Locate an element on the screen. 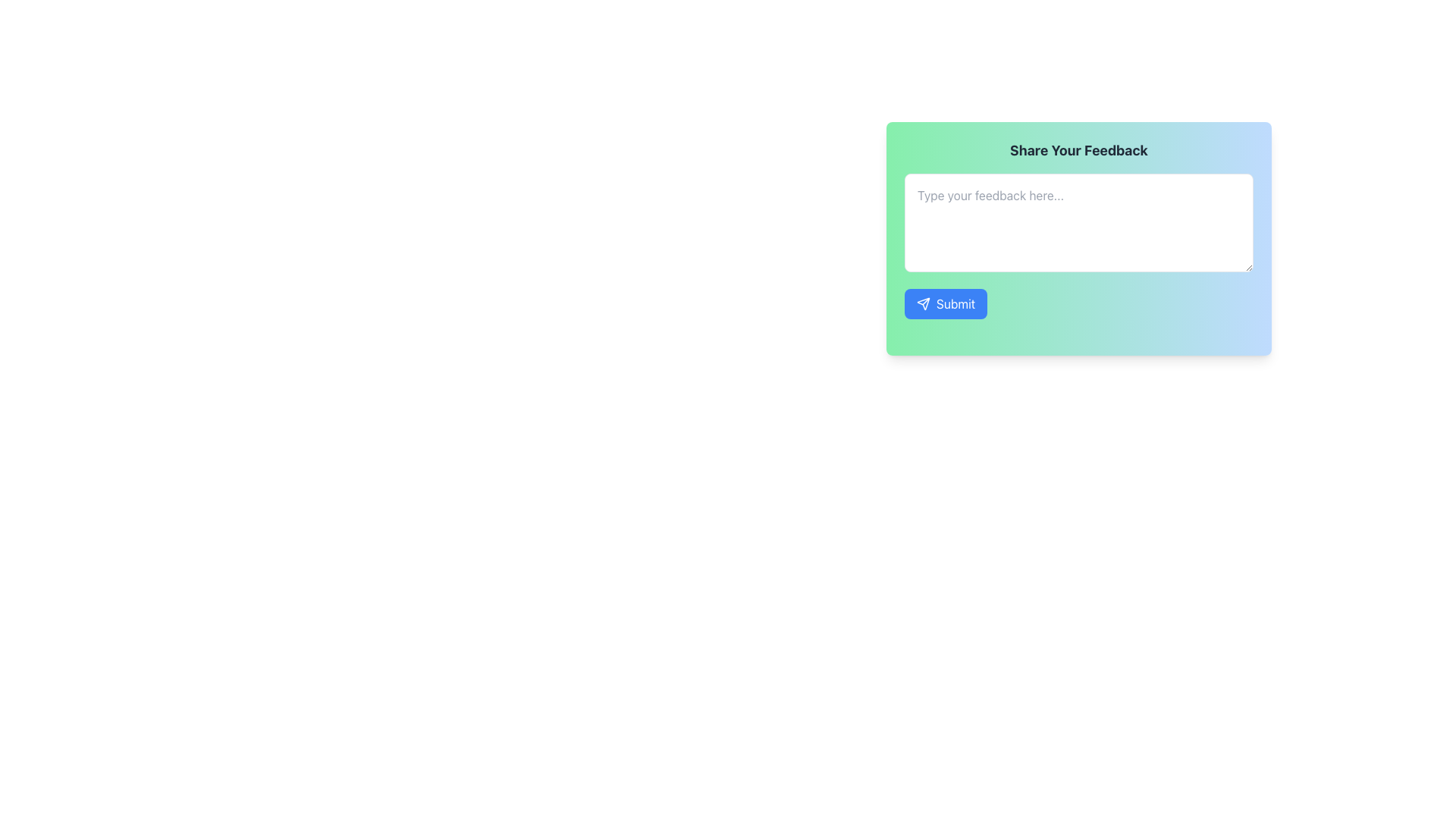 The height and width of the screenshot is (819, 1456). the 'Submit' button with a blue background and white text is located at coordinates (945, 304).